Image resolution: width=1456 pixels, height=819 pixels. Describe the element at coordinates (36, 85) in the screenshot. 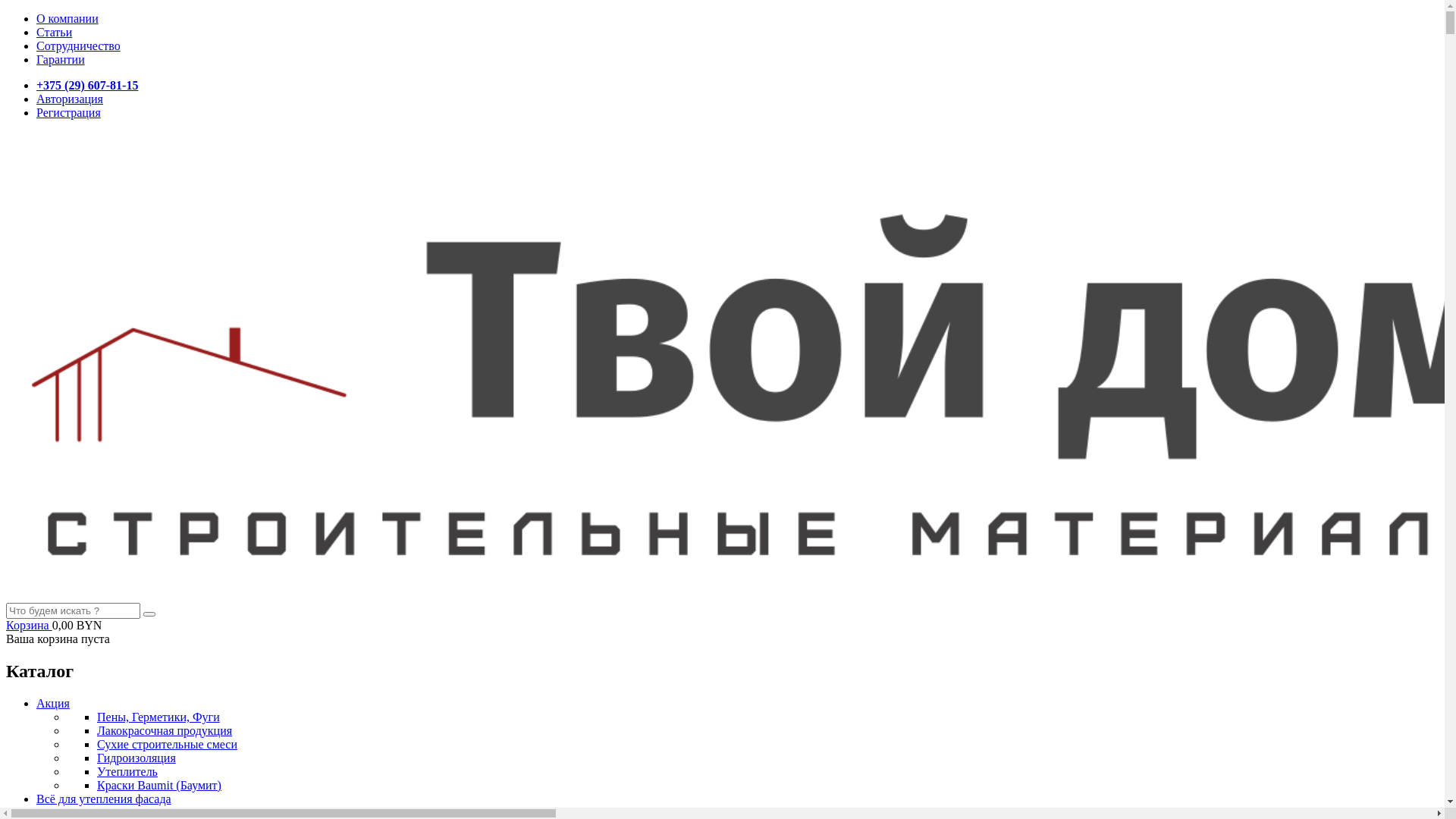

I see `'+375 (29) 607-81-15'` at that location.